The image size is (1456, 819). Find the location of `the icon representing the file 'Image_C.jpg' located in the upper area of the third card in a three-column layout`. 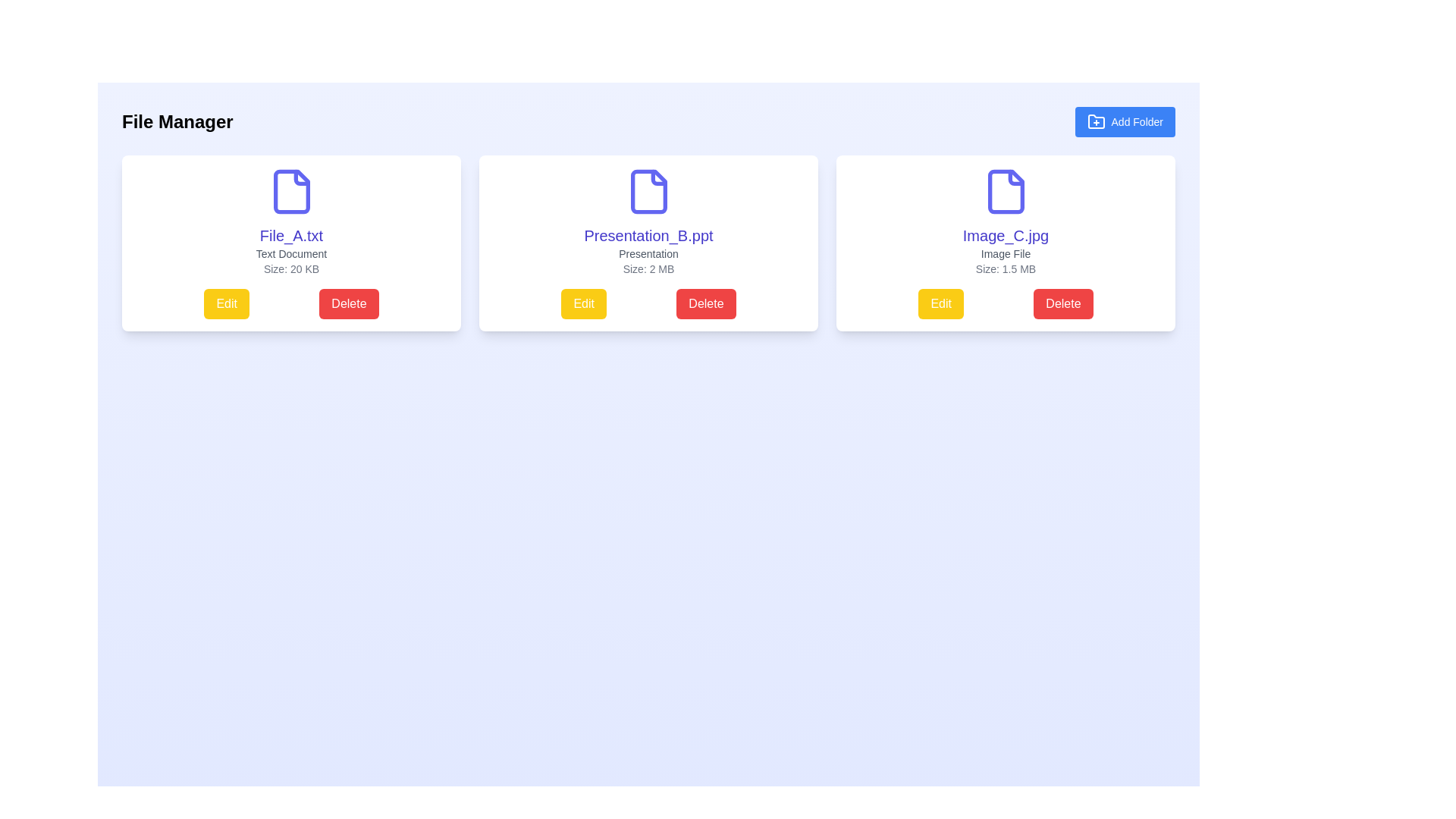

the icon representing the file 'Image_C.jpg' located in the upper area of the third card in a three-column layout is located at coordinates (1006, 191).